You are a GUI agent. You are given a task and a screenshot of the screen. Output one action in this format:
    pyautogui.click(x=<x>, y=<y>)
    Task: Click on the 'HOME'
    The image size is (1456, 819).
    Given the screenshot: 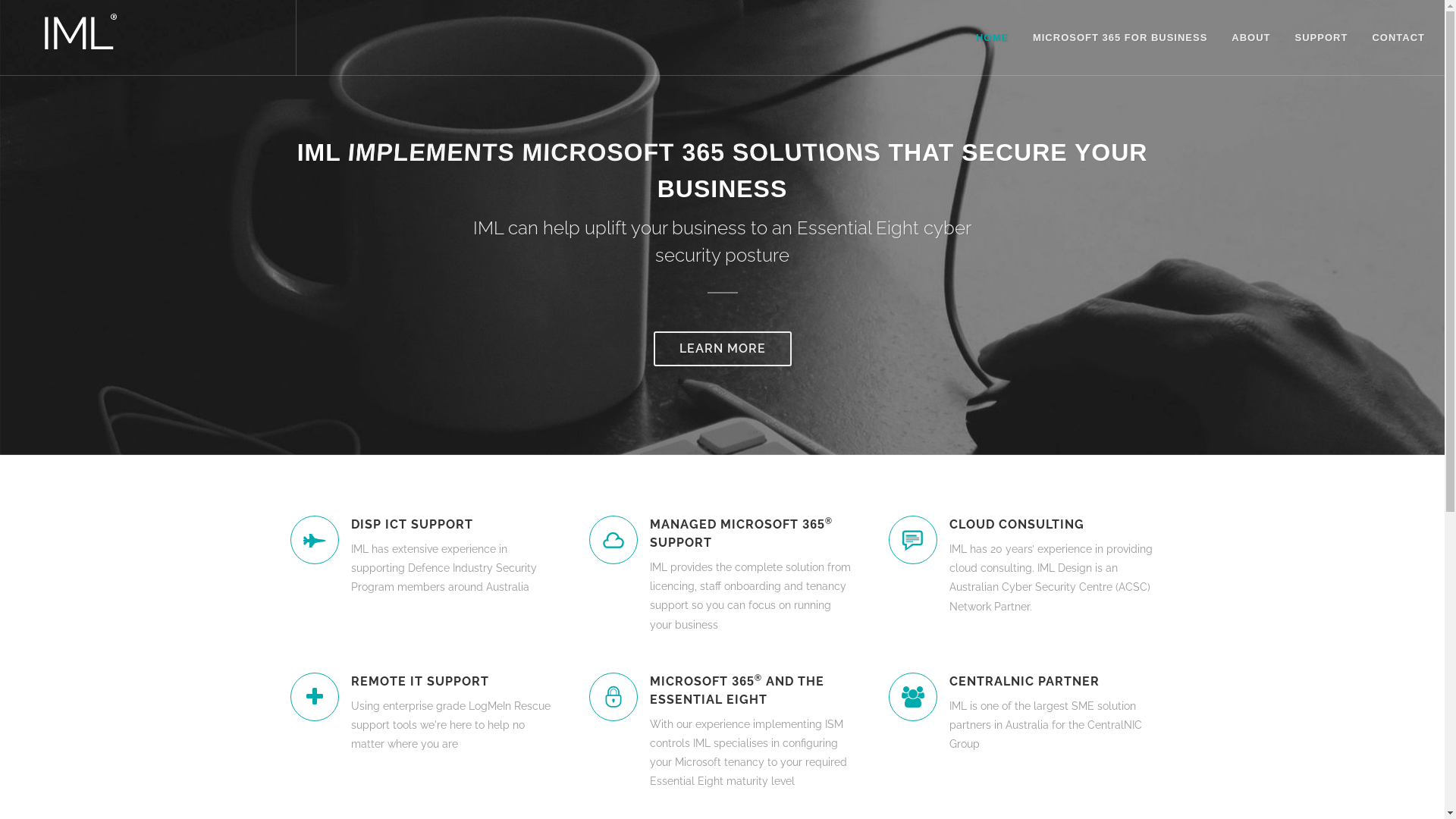 What is the action you would take?
    pyautogui.click(x=992, y=37)
    